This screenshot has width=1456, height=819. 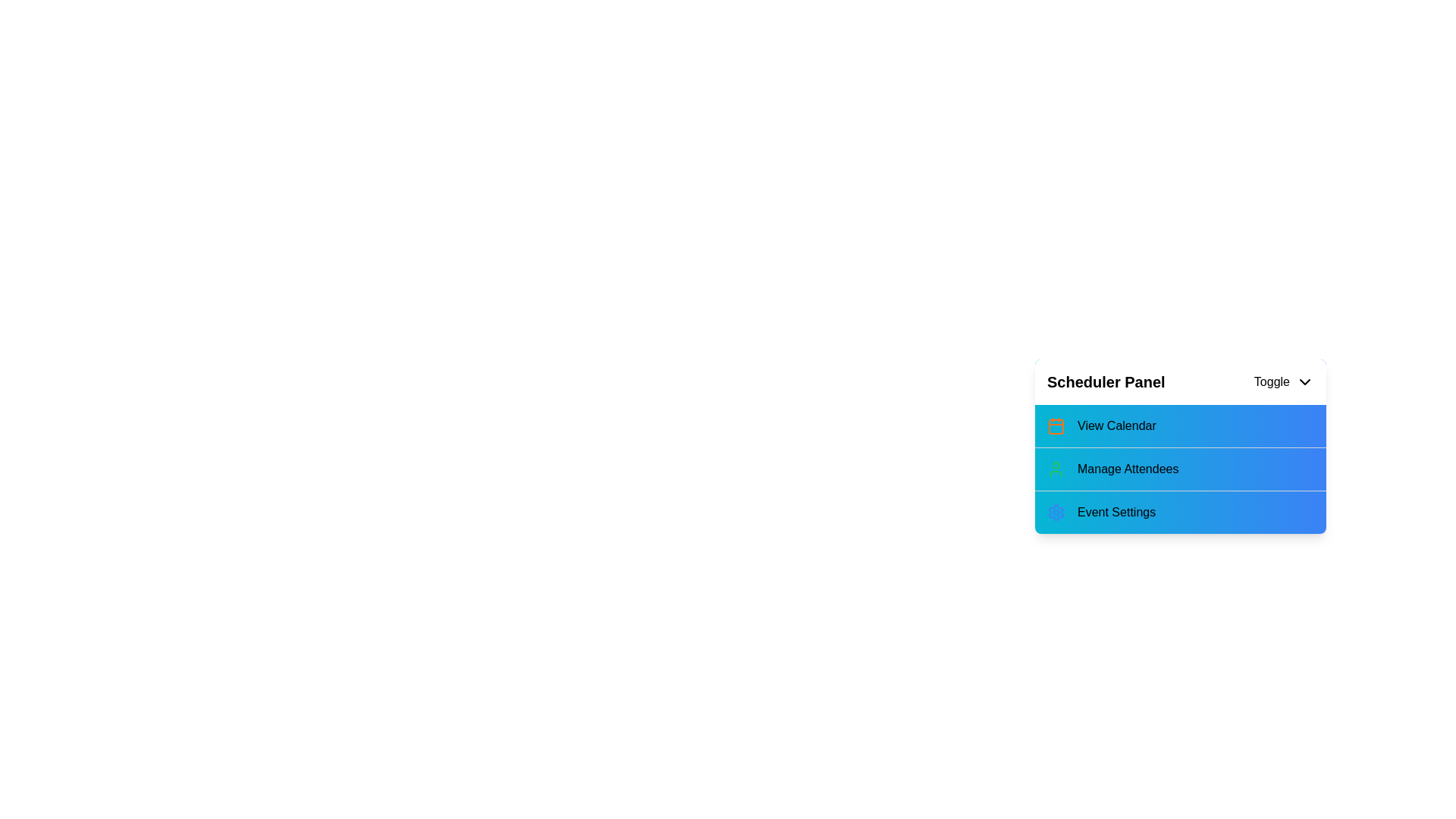 What do you see at coordinates (1179, 426) in the screenshot?
I see `the 'View Calendar' option in the Scheduler Menu` at bounding box center [1179, 426].